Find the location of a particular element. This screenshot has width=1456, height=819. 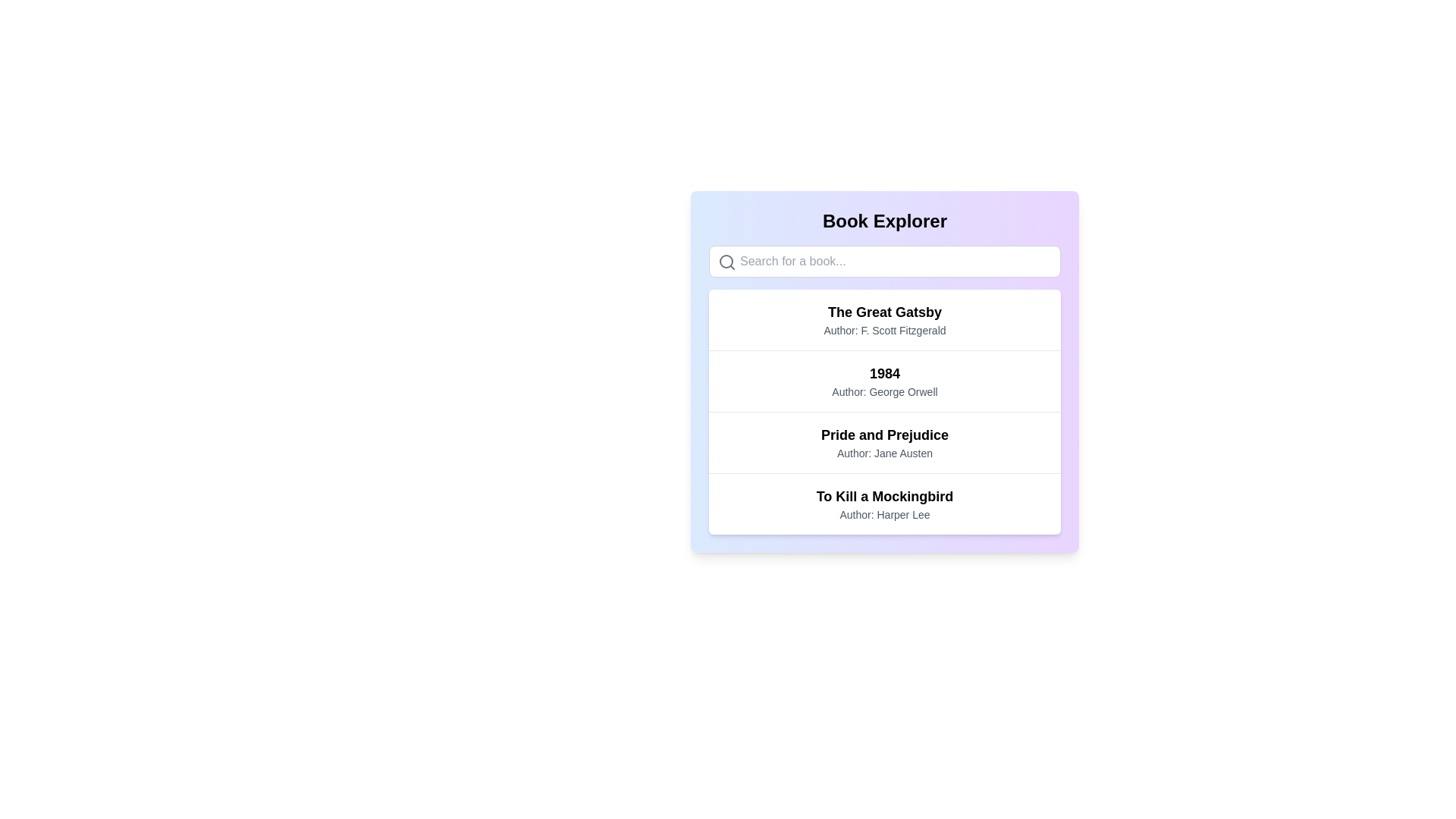

the text label displaying 'Author: Jane Austen', which is positioned below the bold title 'Pride and Prejudice' is located at coordinates (884, 452).